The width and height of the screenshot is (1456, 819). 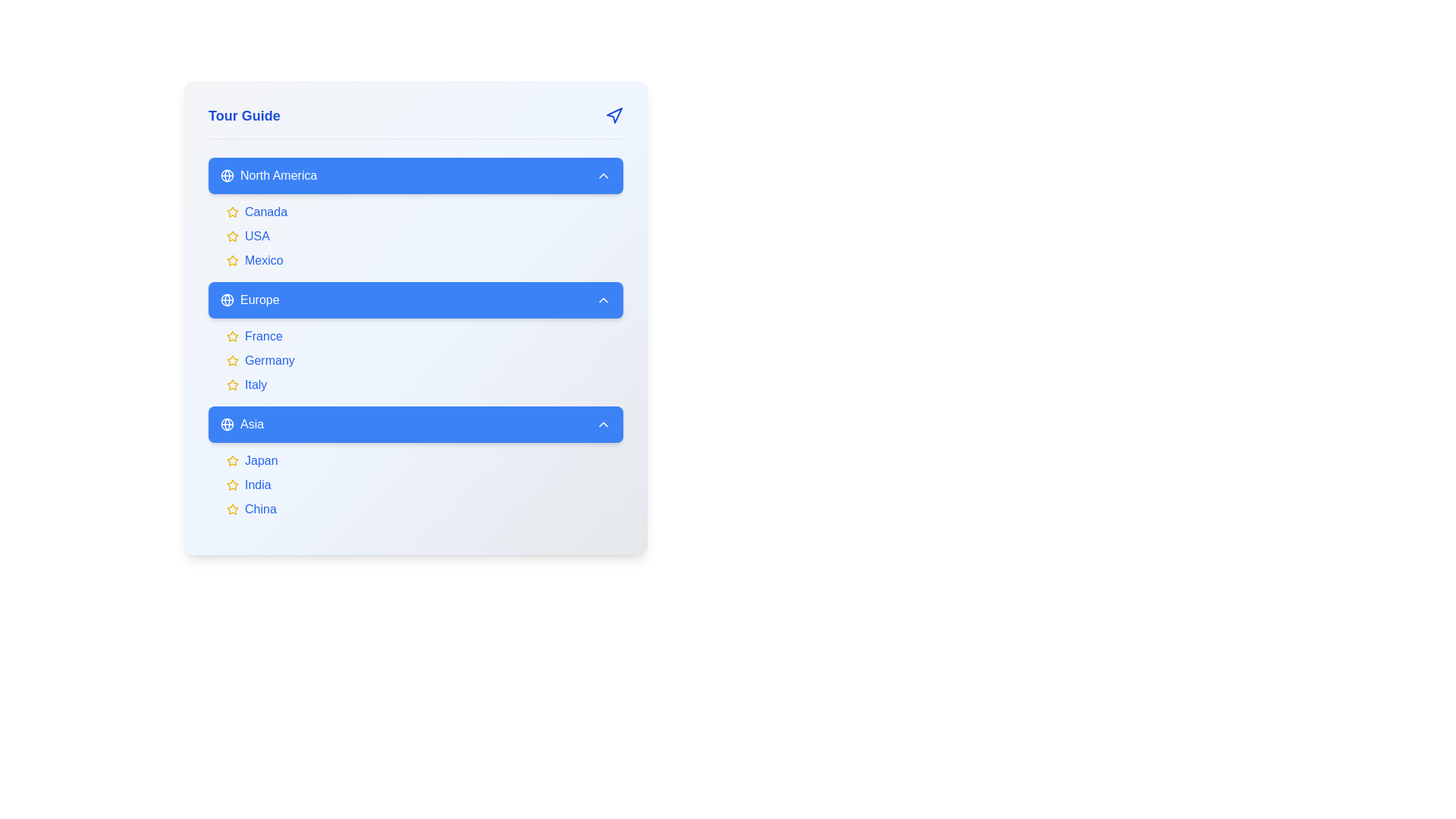 I want to click on the hyperlink text displaying 'Germany', so click(x=269, y=360).